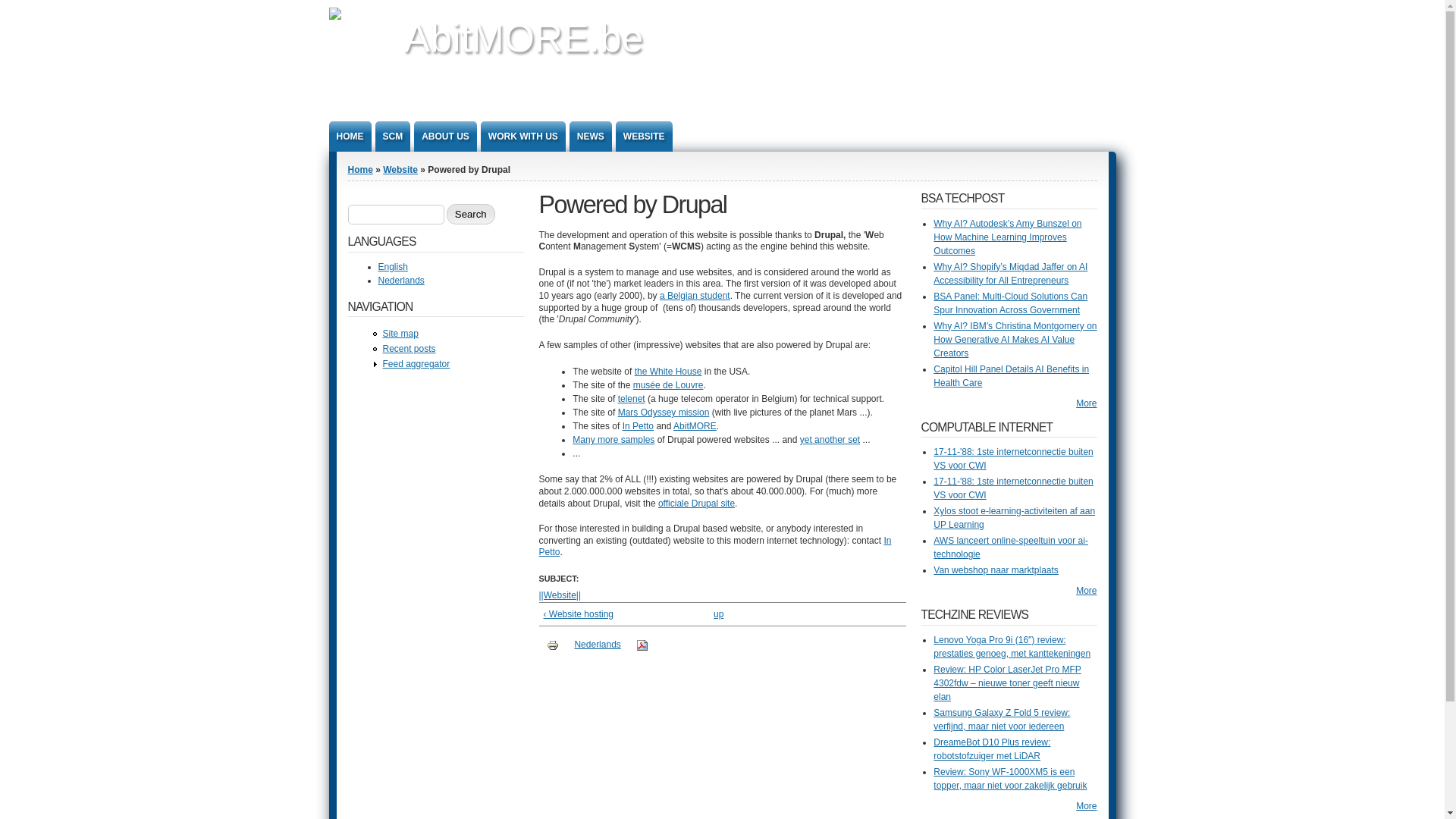 The width and height of the screenshot is (1456, 819). What do you see at coordinates (469, 214) in the screenshot?
I see `'Search'` at bounding box center [469, 214].